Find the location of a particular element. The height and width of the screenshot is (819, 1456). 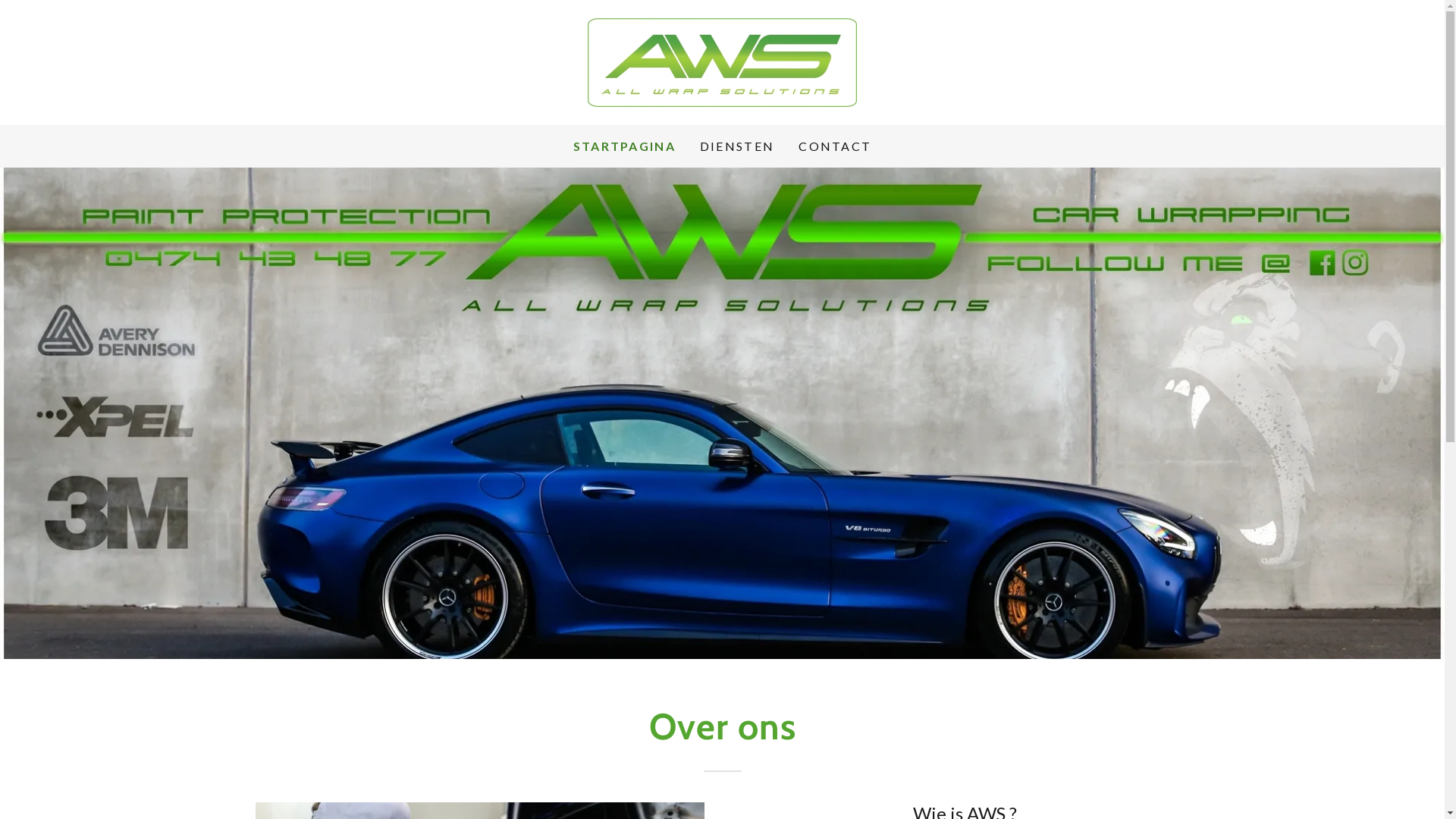

'DIENSTEN' is located at coordinates (736, 146).